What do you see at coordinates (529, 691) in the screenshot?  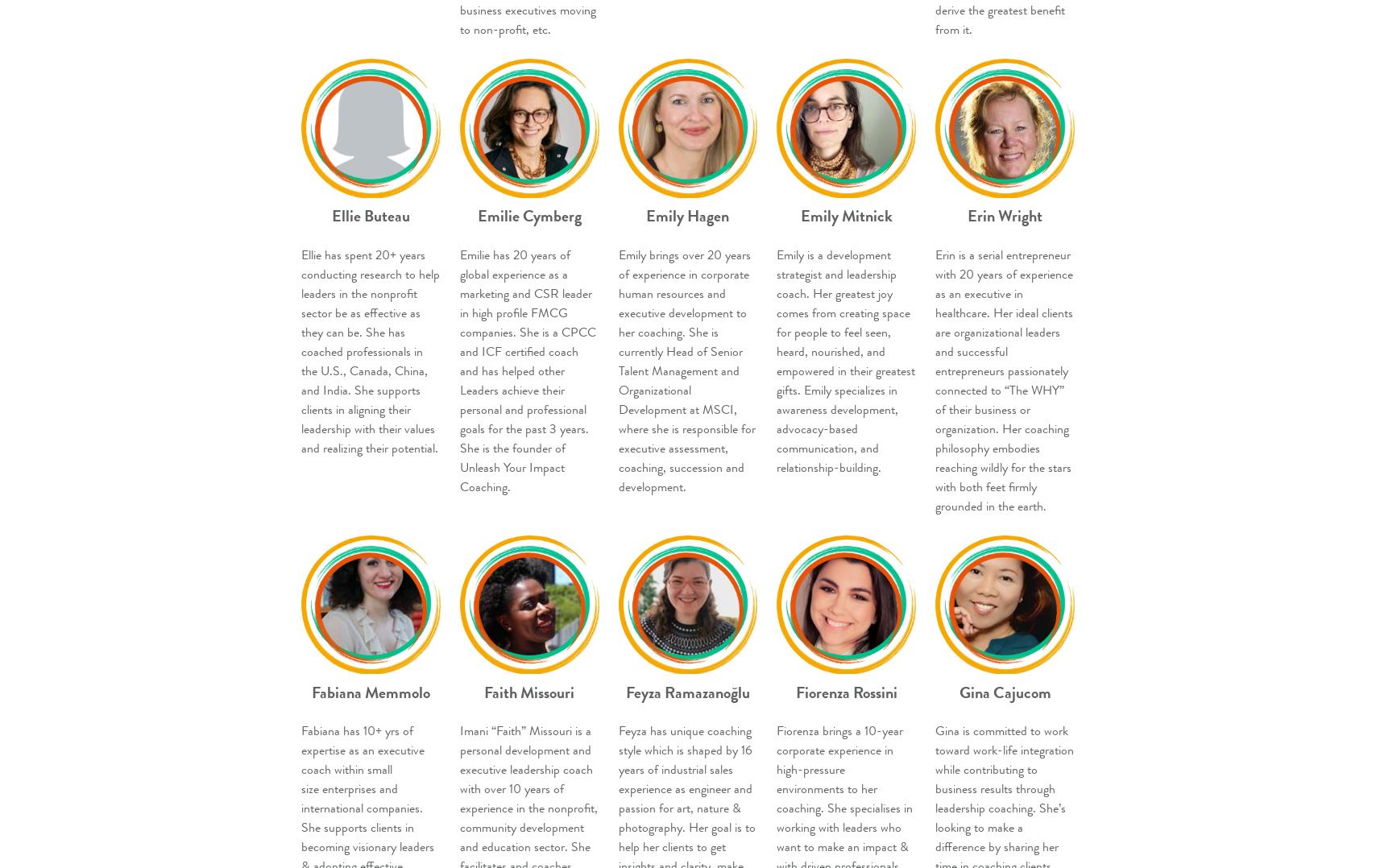 I see `'Faith Missouri'` at bounding box center [529, 691].